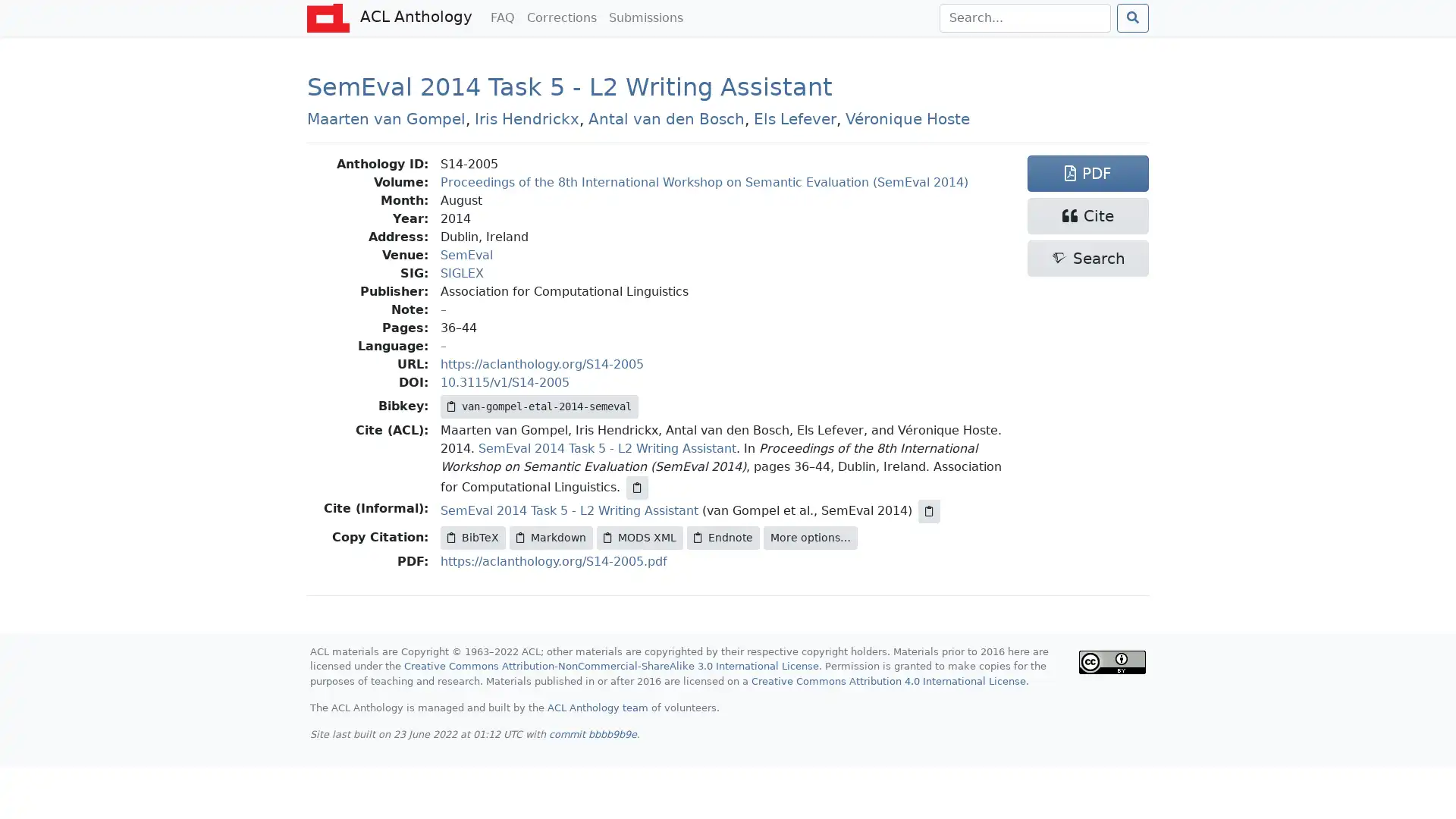  Describe the element at coordinates (550, 537) in the screenshot. I see `Markdown` at that location.